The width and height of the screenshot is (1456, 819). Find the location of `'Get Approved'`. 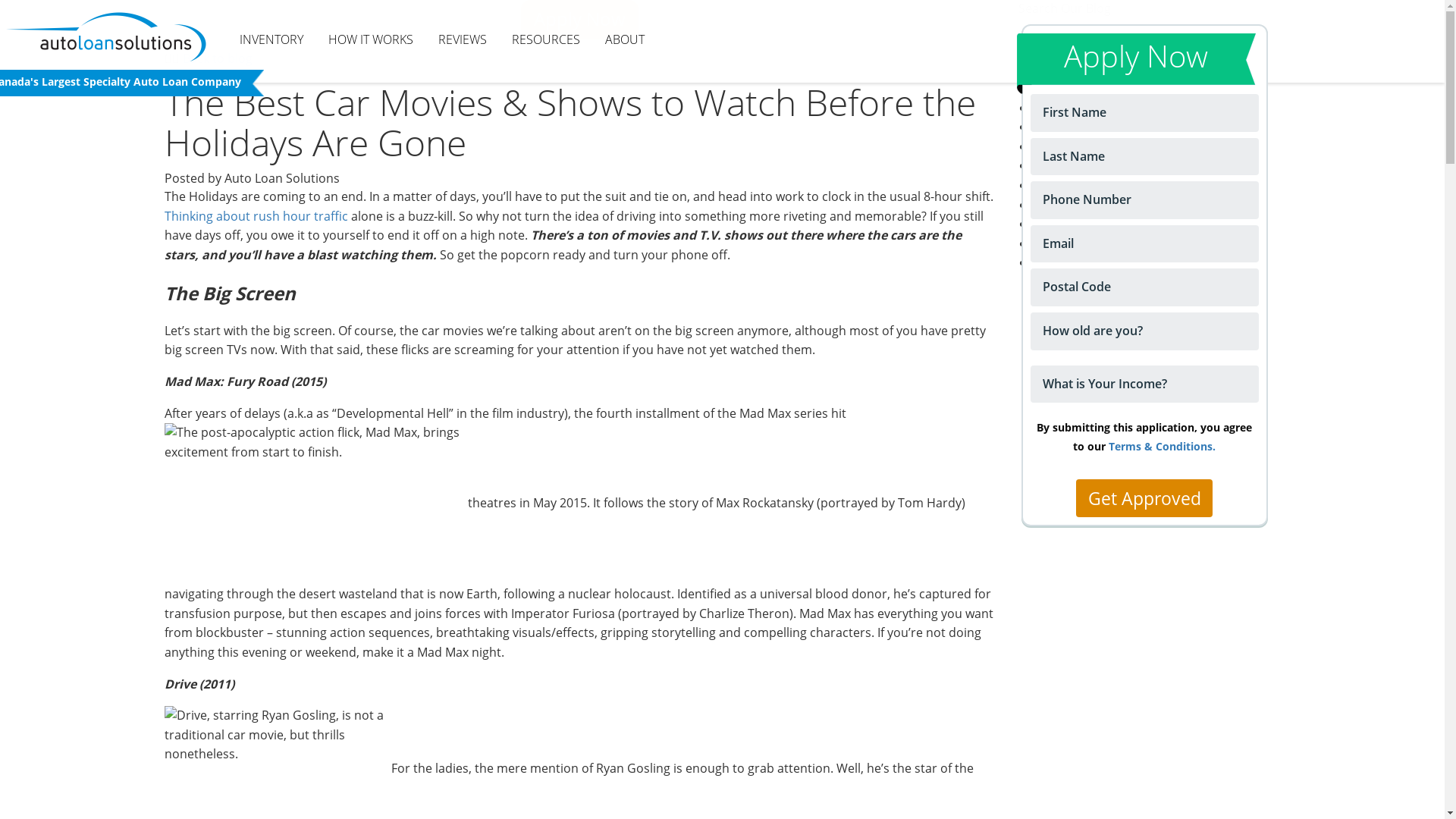

'Get Approved' is located at coordinates (1144, 497).